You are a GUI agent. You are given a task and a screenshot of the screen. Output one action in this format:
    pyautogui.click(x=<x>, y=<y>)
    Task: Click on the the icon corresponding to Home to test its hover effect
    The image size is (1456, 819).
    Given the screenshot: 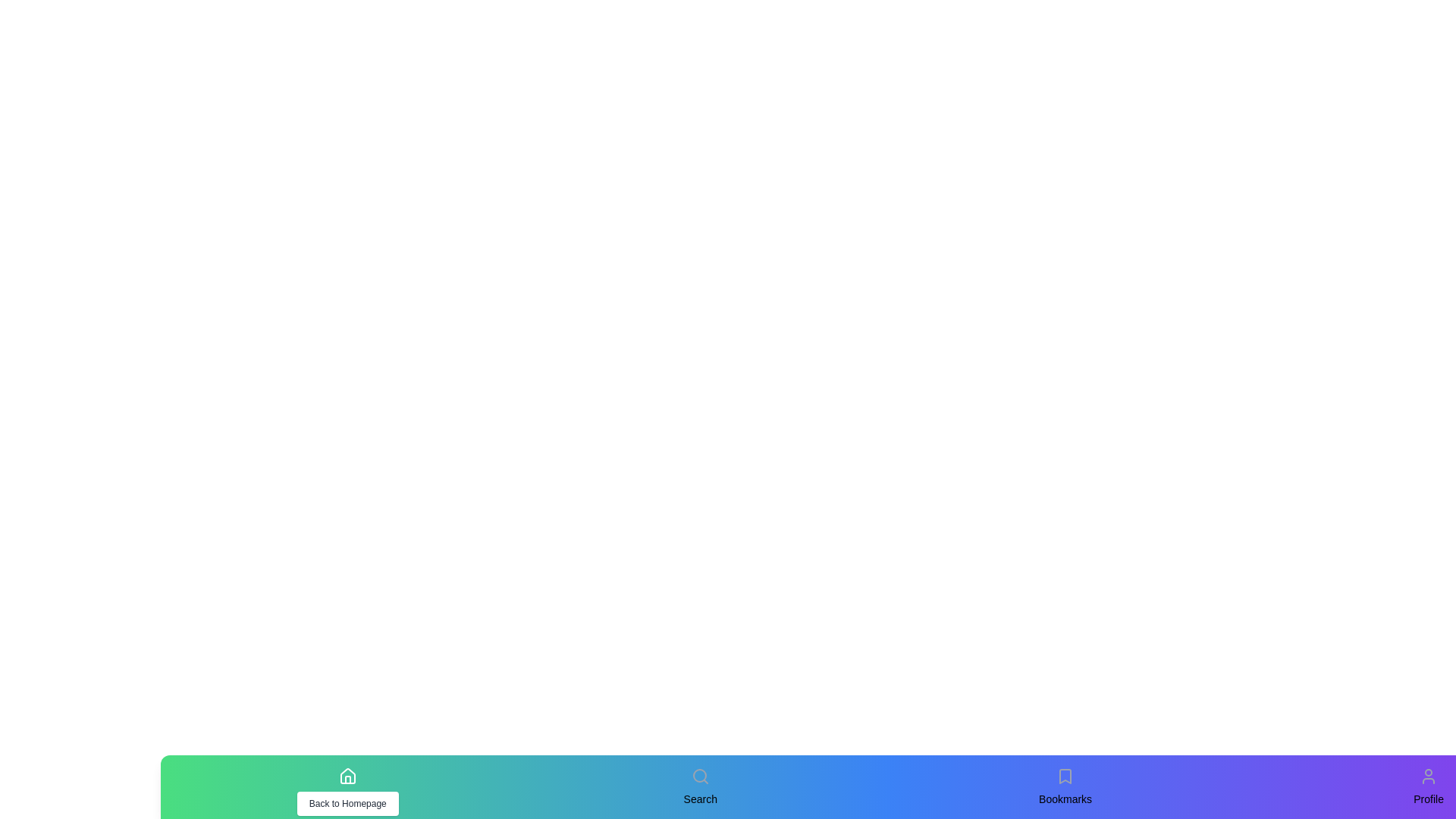 What is the action you would take?
    pyautogui.click(x=347, y=776)
    